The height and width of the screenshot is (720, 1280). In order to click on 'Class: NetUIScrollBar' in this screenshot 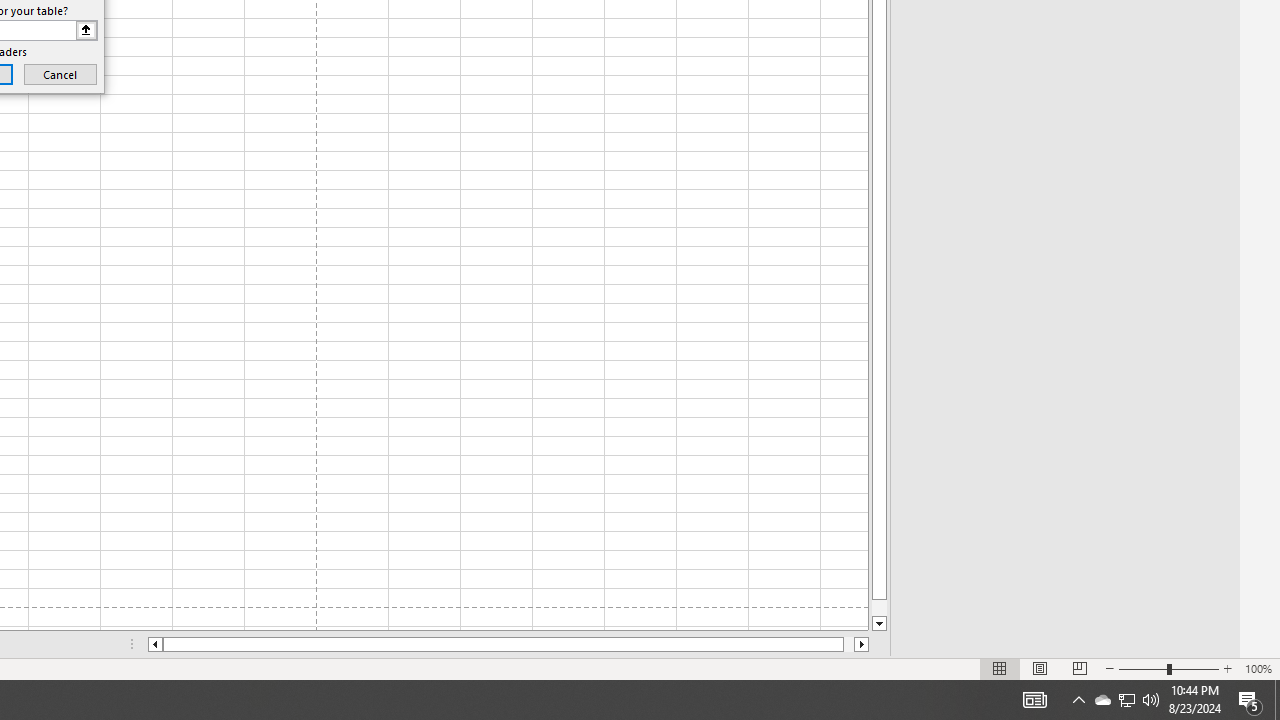, I will do `click(508, 644)`.